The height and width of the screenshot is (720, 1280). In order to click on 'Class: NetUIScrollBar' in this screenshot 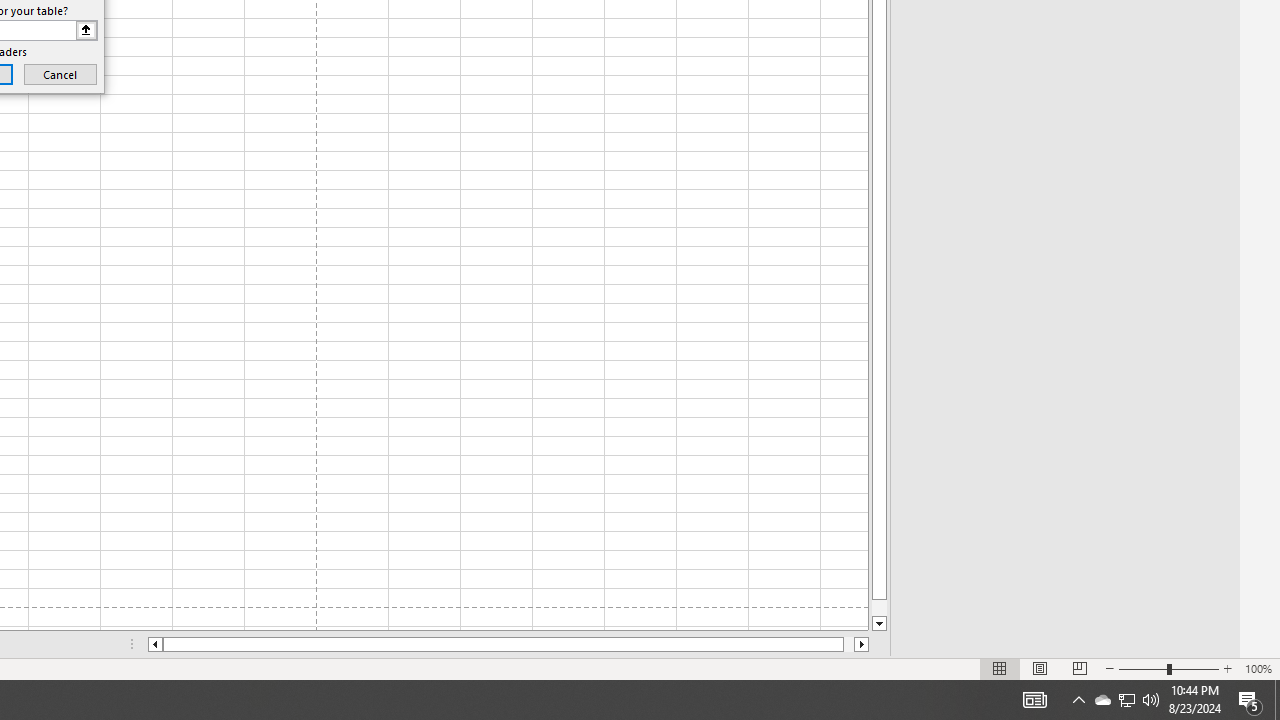, I will do `click(508, 644)`.